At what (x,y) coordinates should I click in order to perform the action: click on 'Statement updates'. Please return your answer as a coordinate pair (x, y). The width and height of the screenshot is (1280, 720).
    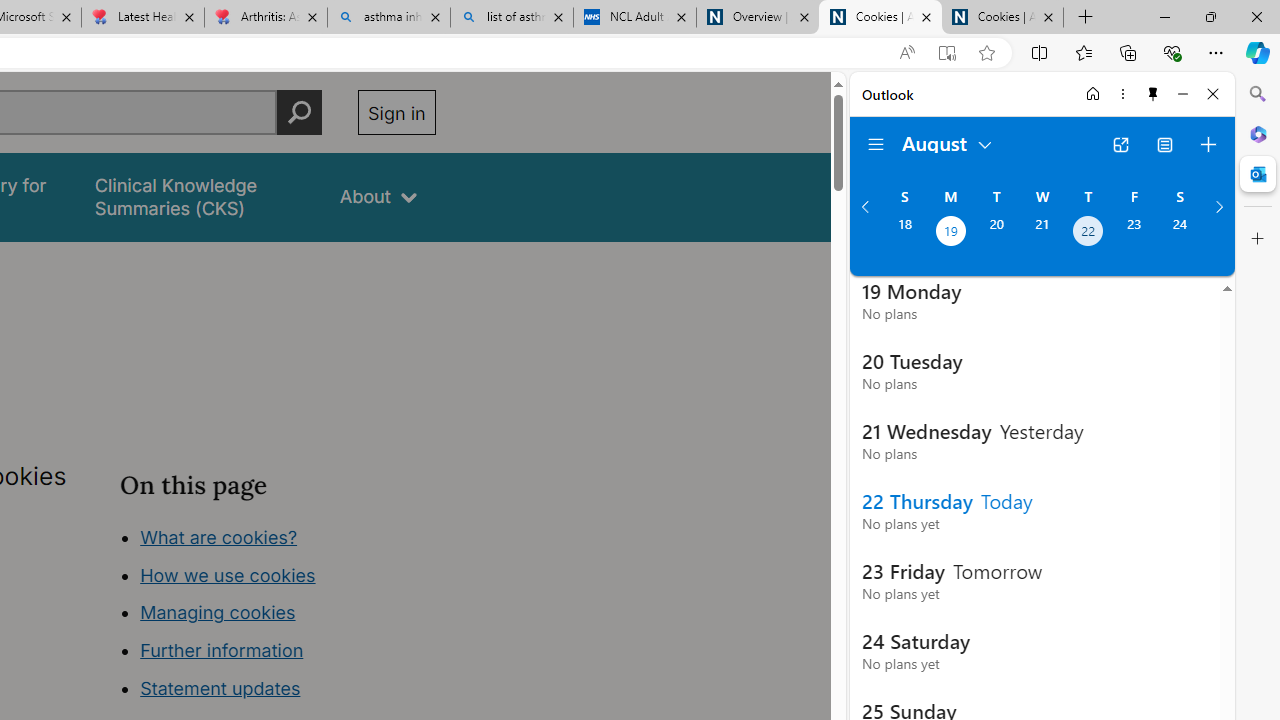
    Looking at the image, I should click on (220, 688).